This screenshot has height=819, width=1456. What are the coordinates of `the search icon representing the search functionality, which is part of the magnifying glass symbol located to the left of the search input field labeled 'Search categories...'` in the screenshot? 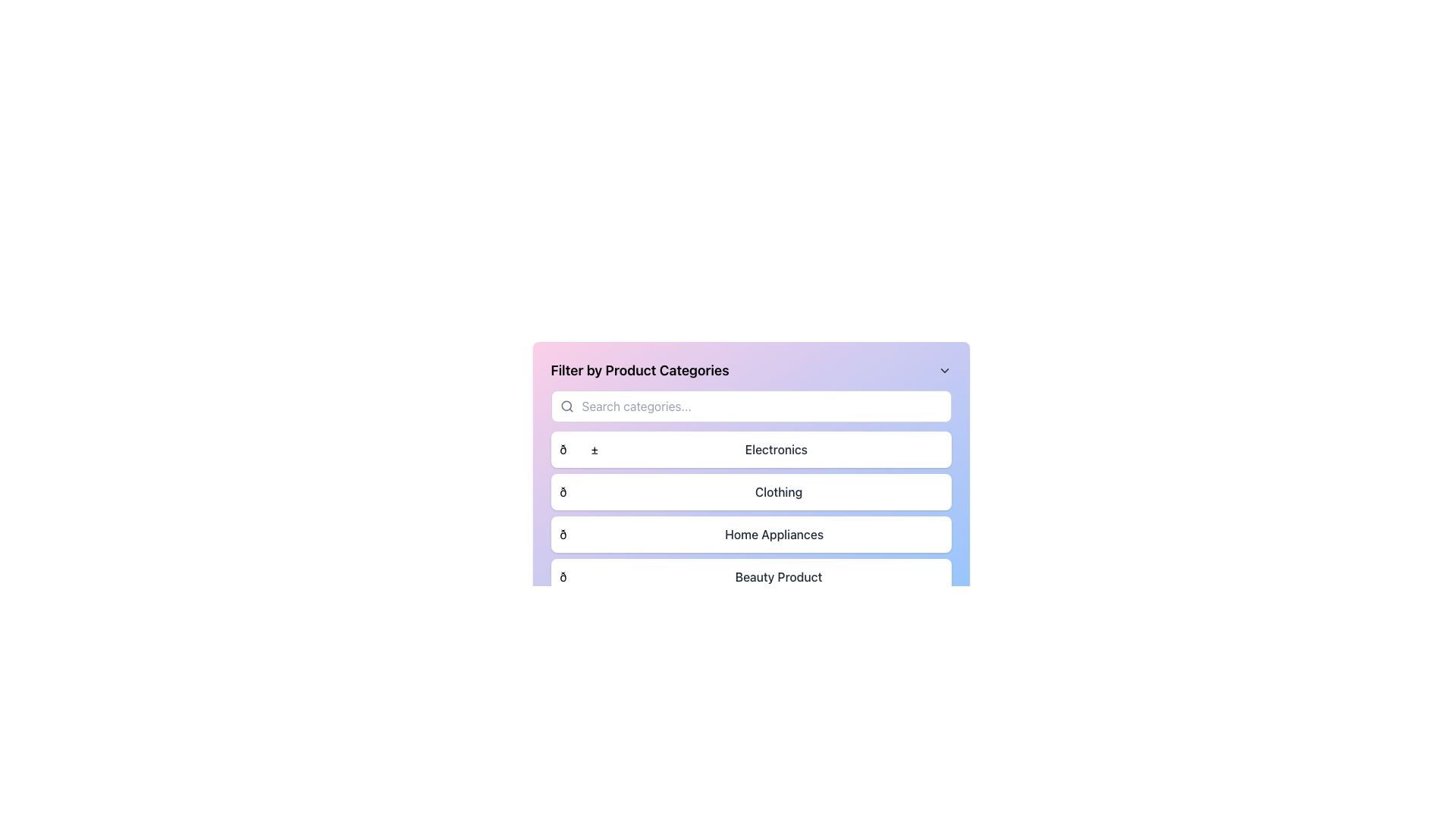 It's located at (565, 405).